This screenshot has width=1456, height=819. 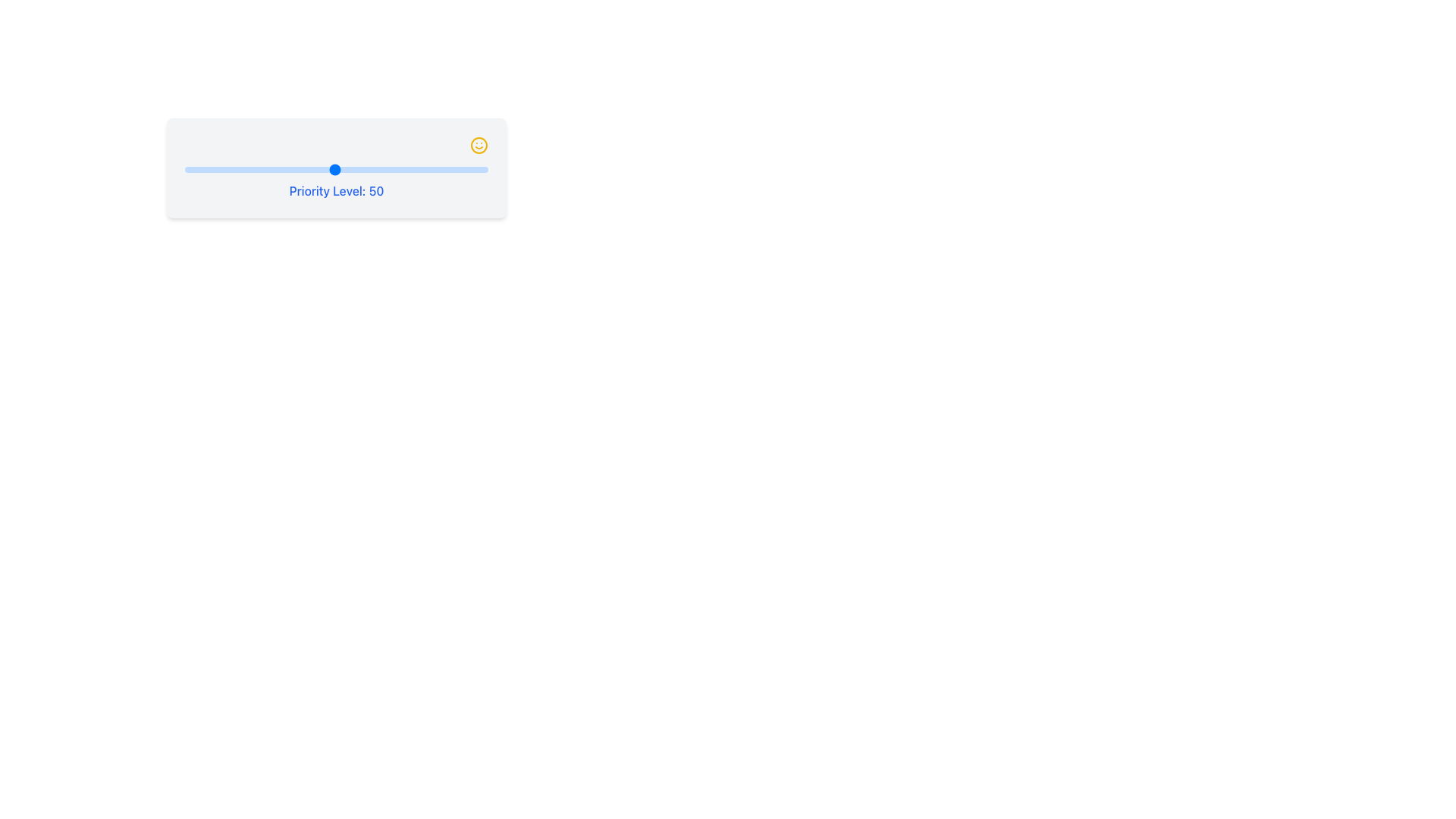 I want to click on the priority level, so click(x=199, y=169).